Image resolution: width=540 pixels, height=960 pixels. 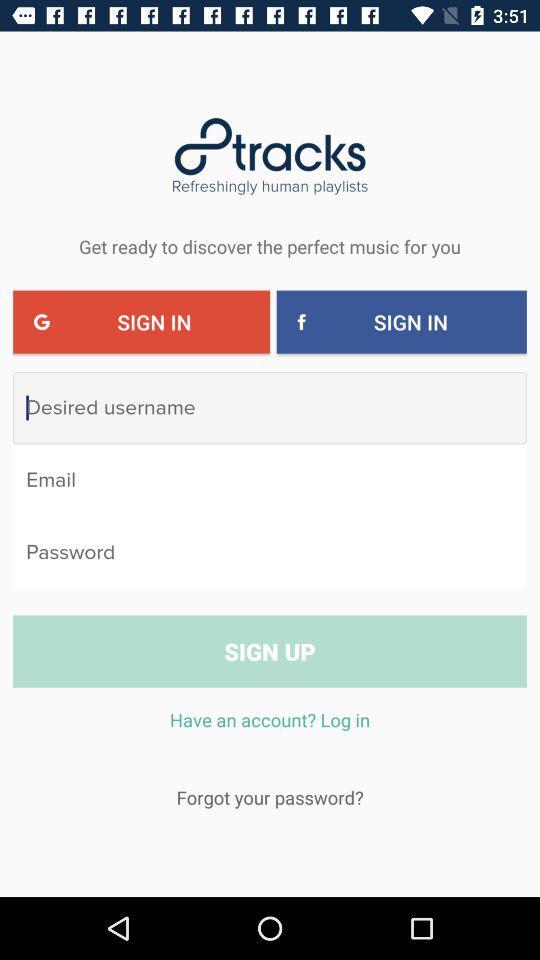 What do you see at coordinates (270, 797) in the screenshot?
I see `the forgot your password? item` at bounding box center [270, 797].